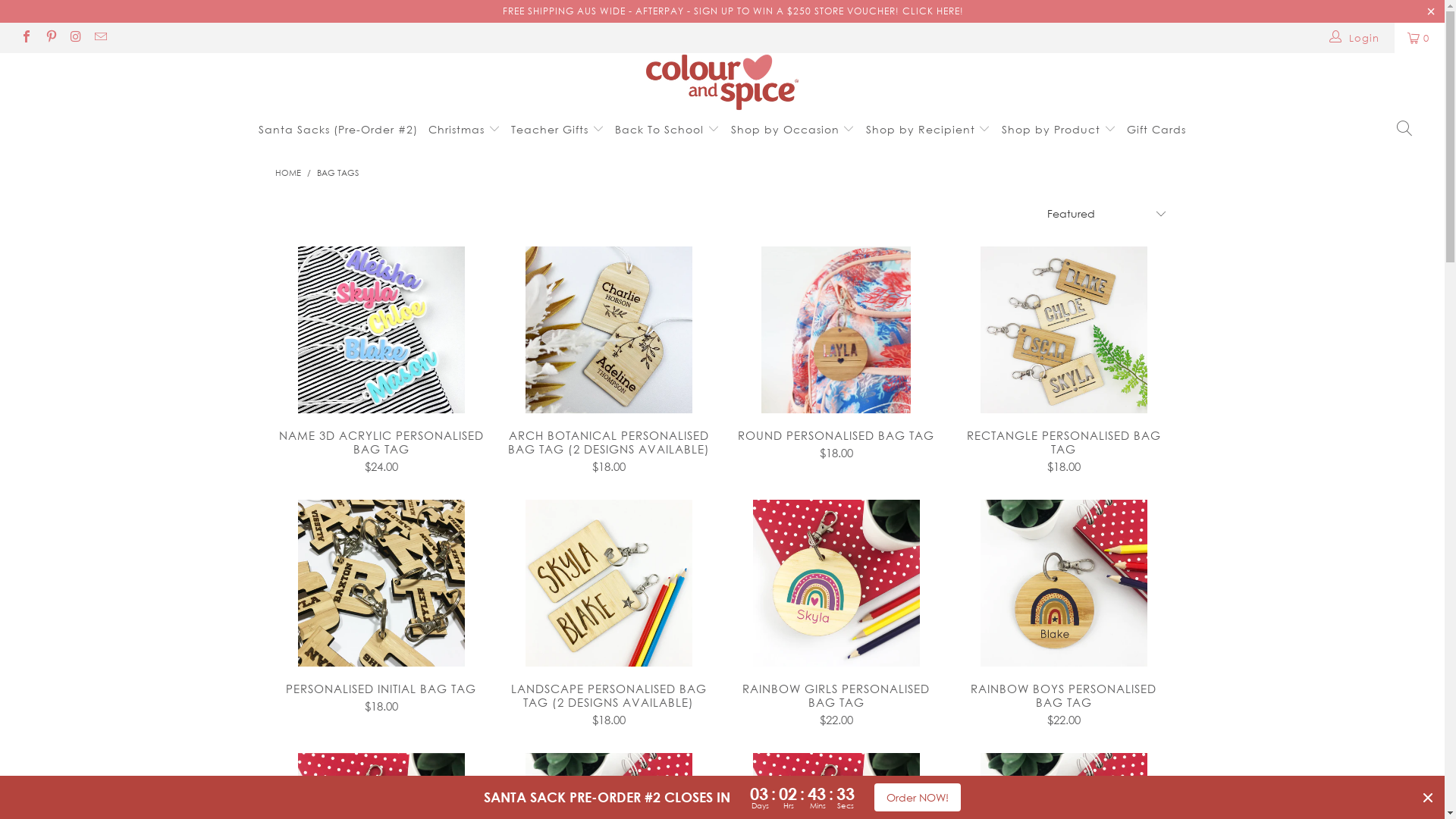 Image resolution: width=1456 pixels, height=819 pixels. What do you see at coordinates (337, 171) in the screenshot?
I see `'BAG TAGS'` at bounding box center [337, 171].